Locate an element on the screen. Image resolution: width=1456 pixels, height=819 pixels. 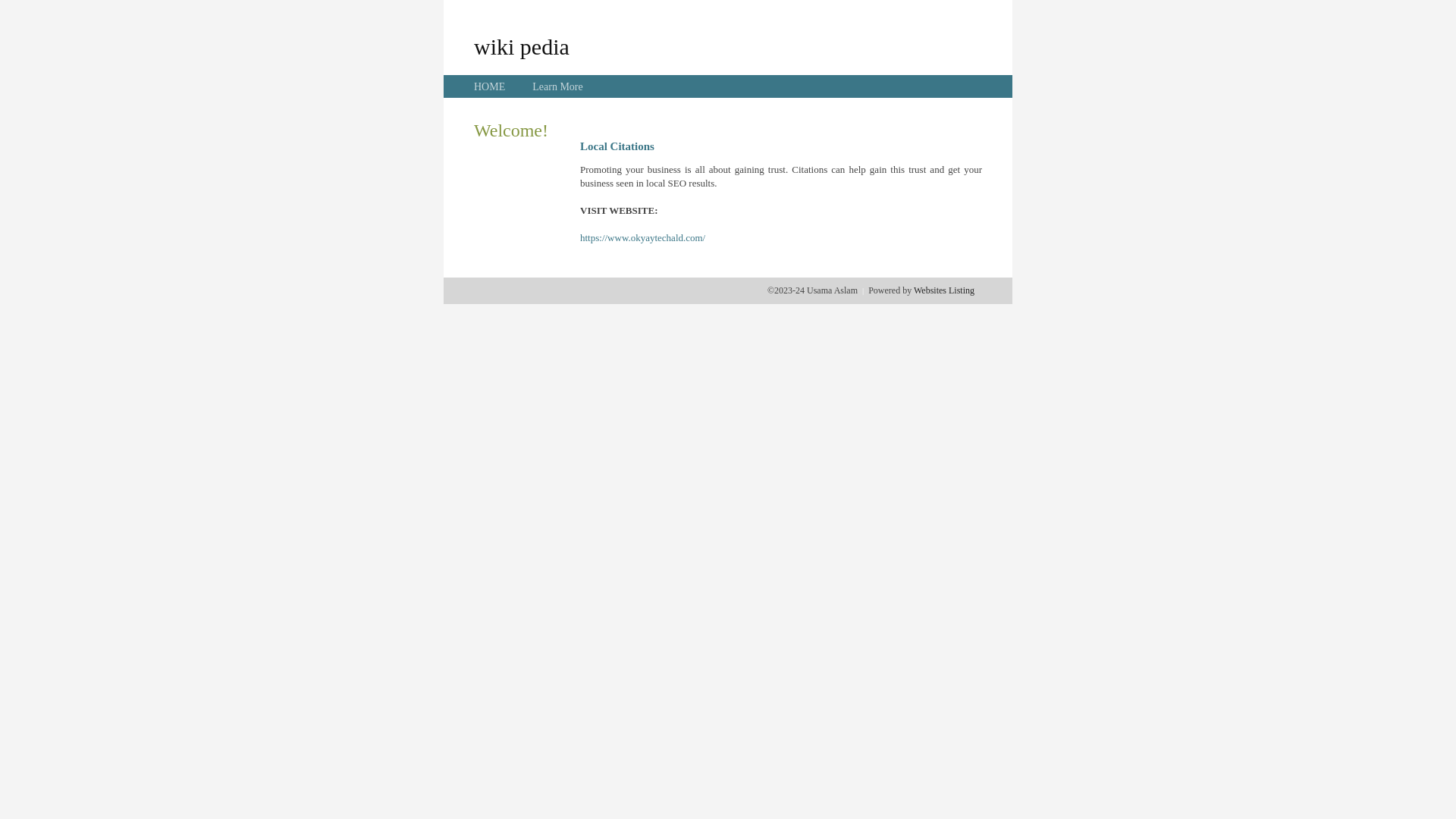
'Websites Listing' is located at coordinates (943, 290).